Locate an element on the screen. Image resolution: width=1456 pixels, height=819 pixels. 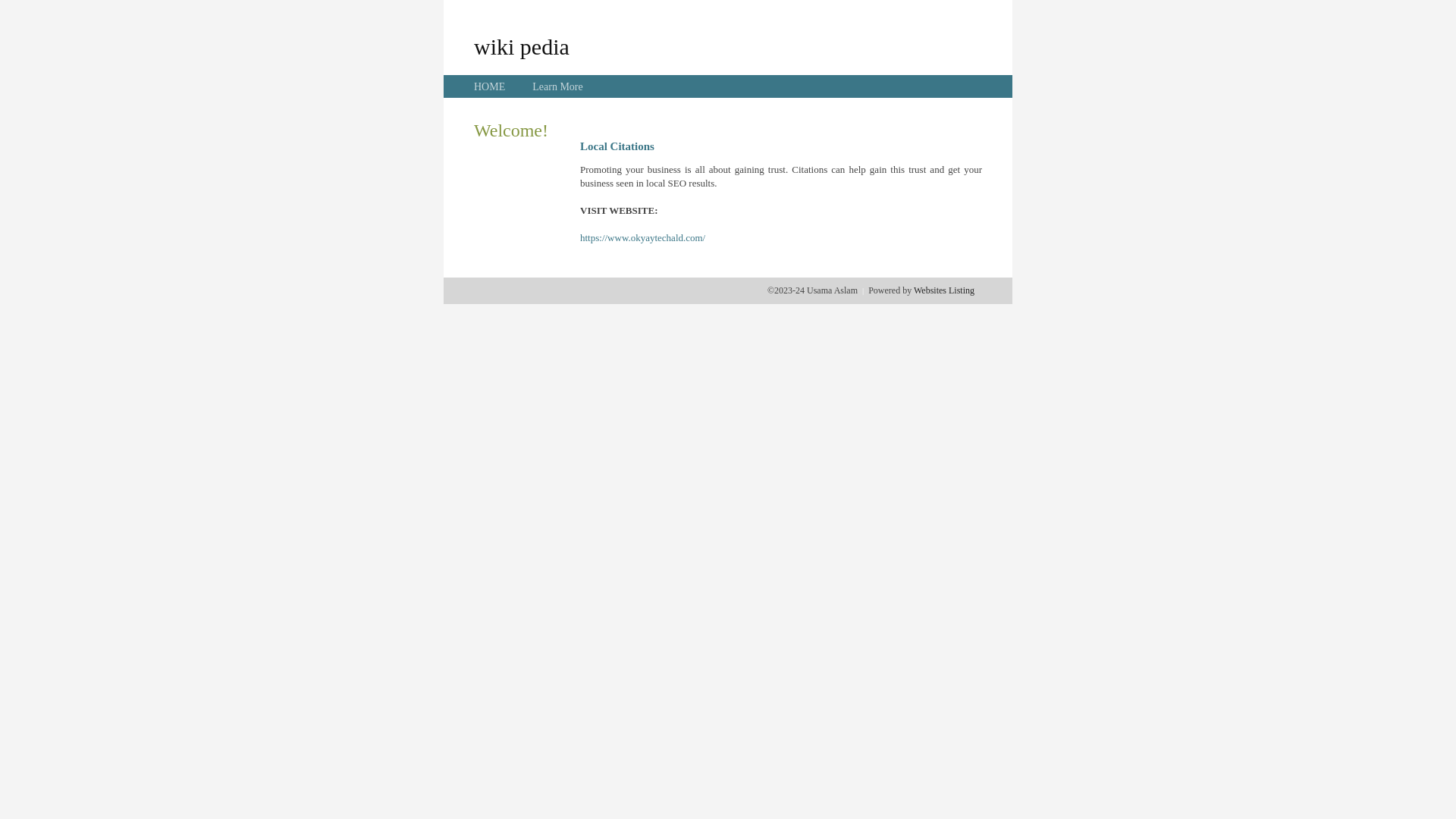
'Websites Listing' is located at coordinates (943, 290).